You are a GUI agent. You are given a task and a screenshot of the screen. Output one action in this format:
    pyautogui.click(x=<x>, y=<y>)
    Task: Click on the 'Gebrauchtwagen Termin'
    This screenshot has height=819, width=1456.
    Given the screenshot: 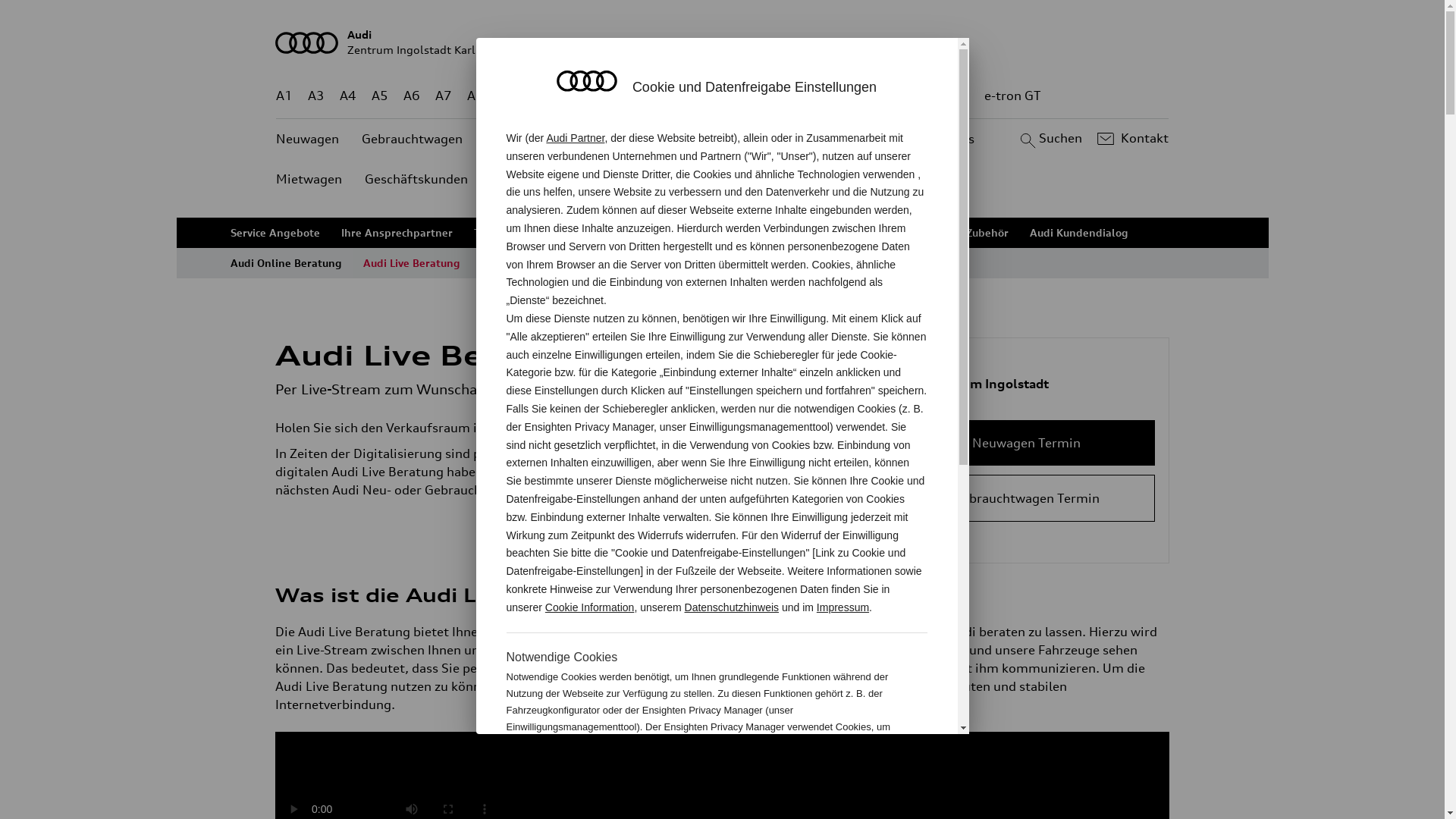 What is the action you would take?
    pyautogui.click(x=1026, y=497)
    